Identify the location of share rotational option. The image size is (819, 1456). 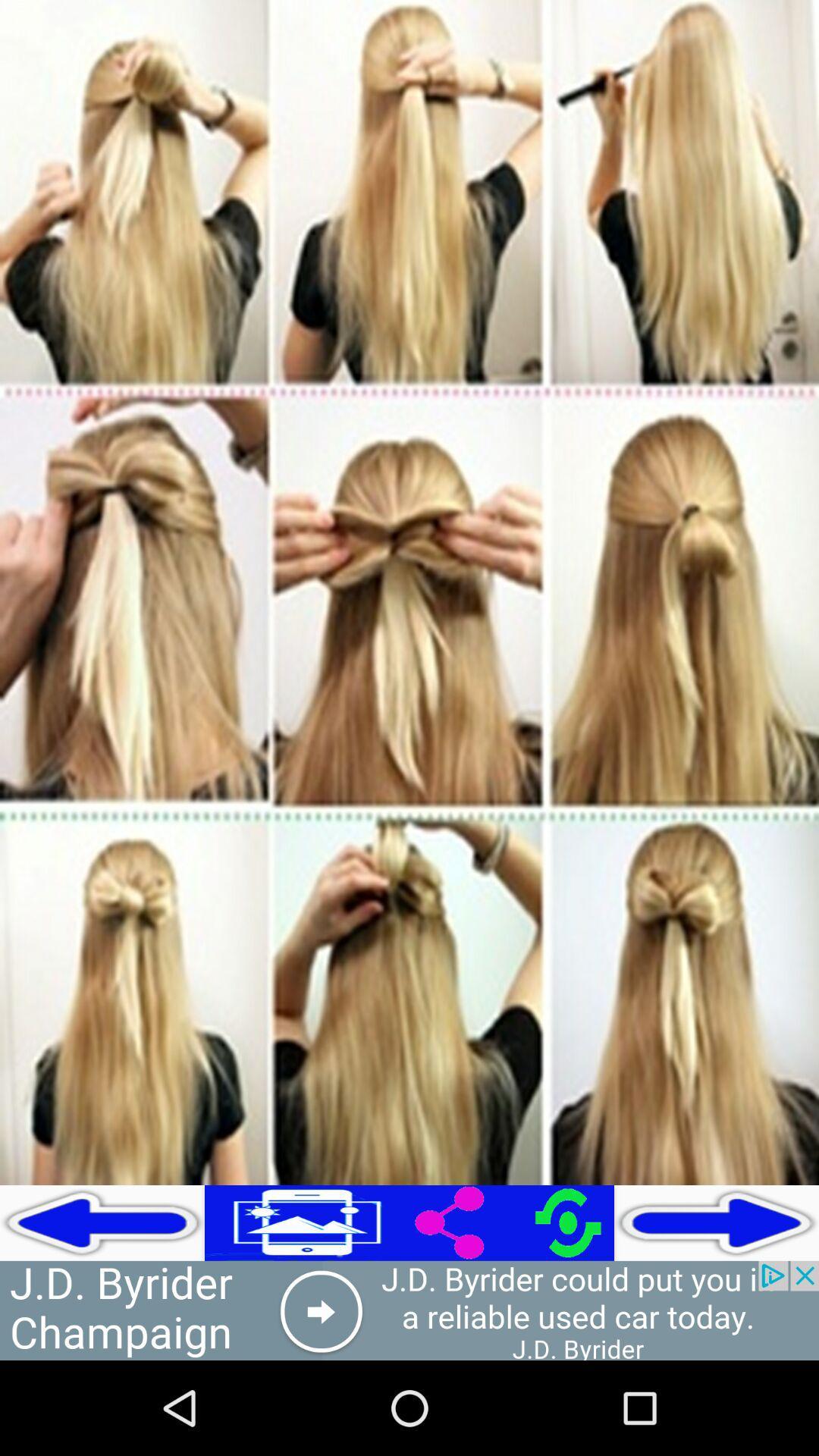
(512, 1222).